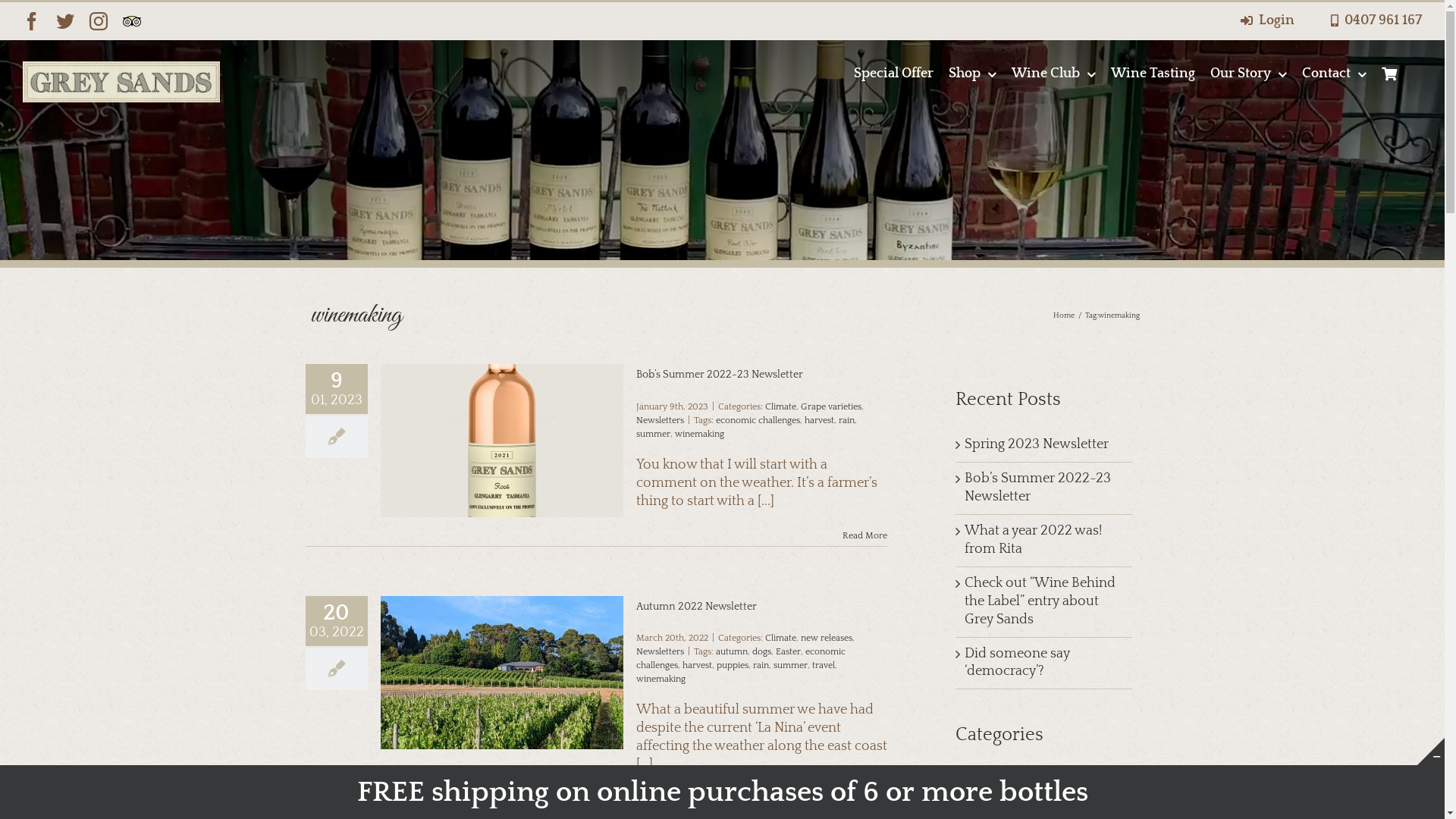  What do you see at coordinates (972, 82) in the screenshot?
I see `'Shop'` at bounding box center [972, 82].